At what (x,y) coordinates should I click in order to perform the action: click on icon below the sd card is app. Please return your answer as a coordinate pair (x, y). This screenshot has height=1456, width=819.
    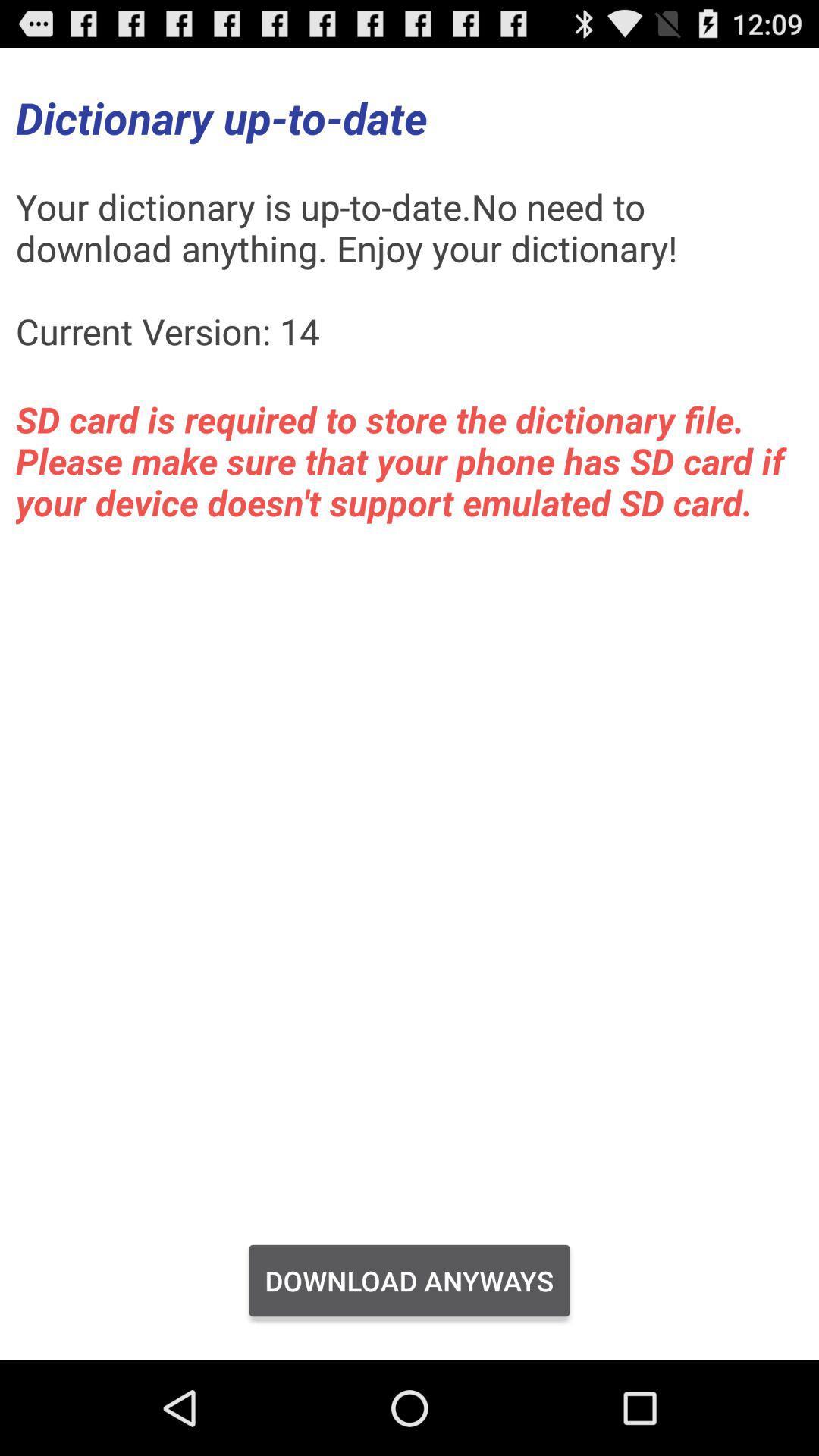
    Looking at the image, I should click on (409, 1280).